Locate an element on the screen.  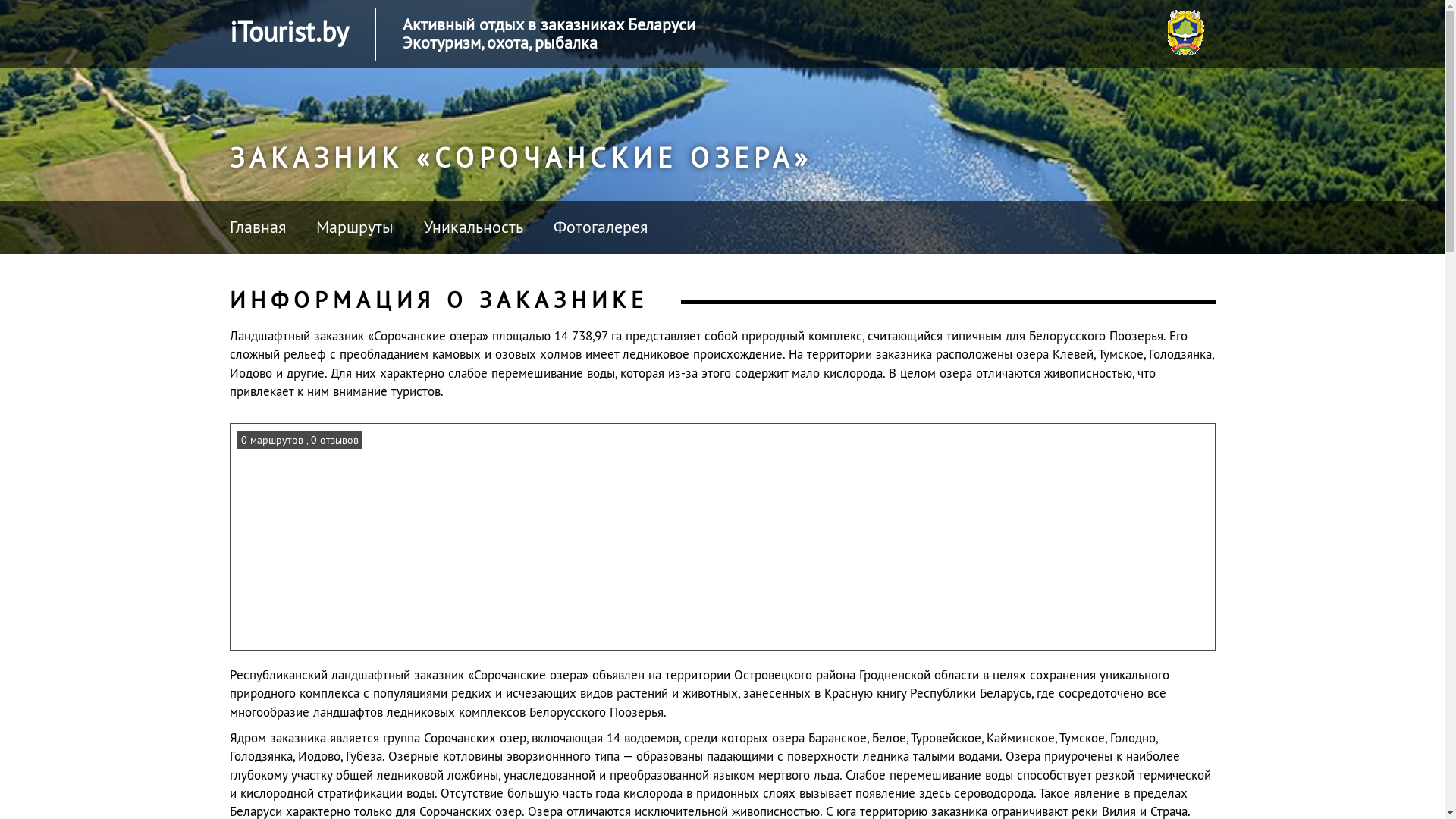
'iTourist.by' is located at coordinates (288, 32).